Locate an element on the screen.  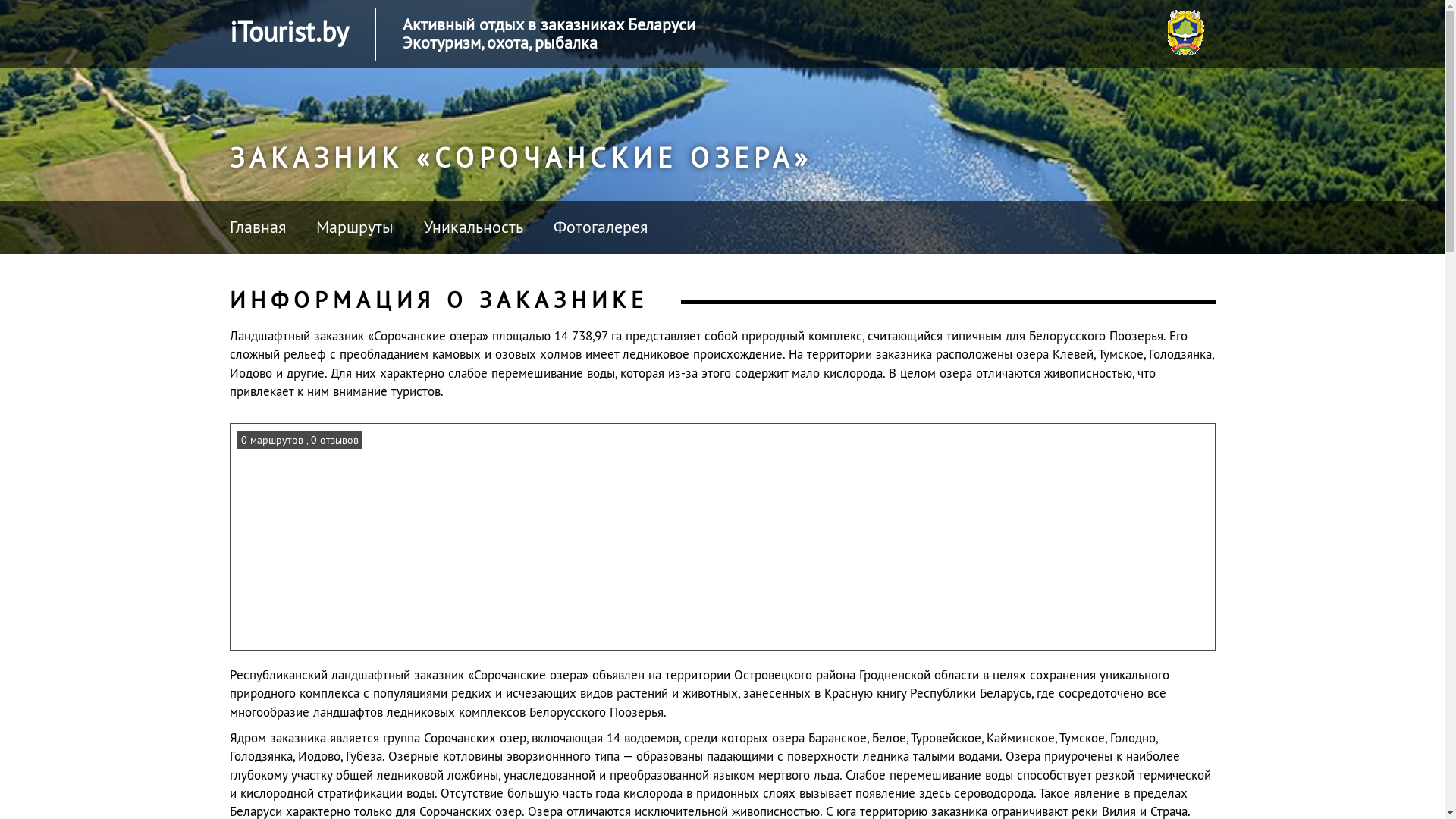
'iTourist.by' is located at coordinates (288, 32).